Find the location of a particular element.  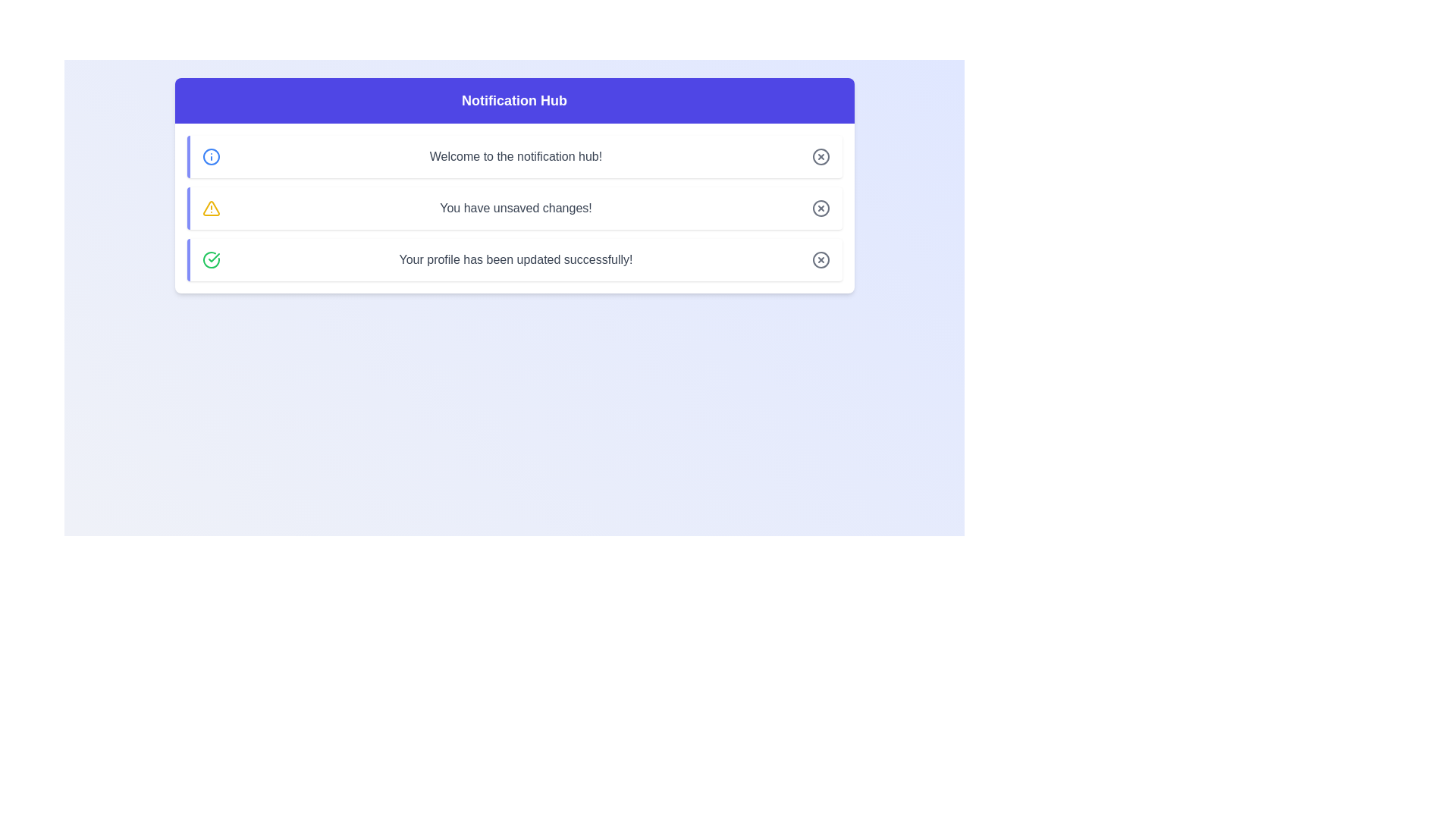

the SVG circle element that is part of the 'You have unsaved changes!' notification, located on the second row near the right-hand side is located at coordinates (820, 208).